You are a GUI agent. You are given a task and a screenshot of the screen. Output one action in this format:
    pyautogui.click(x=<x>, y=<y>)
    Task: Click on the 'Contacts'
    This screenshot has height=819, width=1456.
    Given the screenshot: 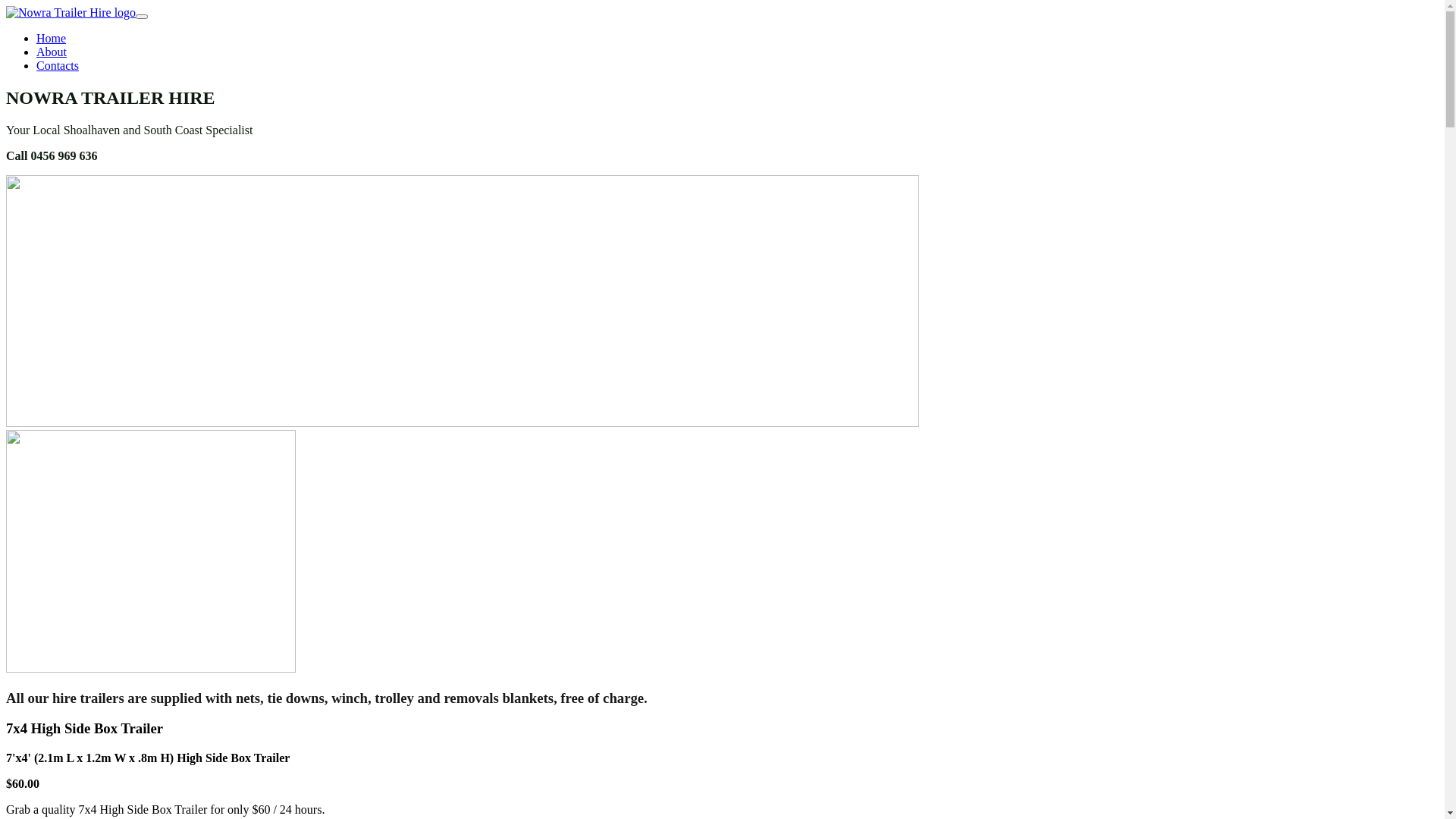 What is the action you would take?
    pyautogui.click(x=58, y=64)
    